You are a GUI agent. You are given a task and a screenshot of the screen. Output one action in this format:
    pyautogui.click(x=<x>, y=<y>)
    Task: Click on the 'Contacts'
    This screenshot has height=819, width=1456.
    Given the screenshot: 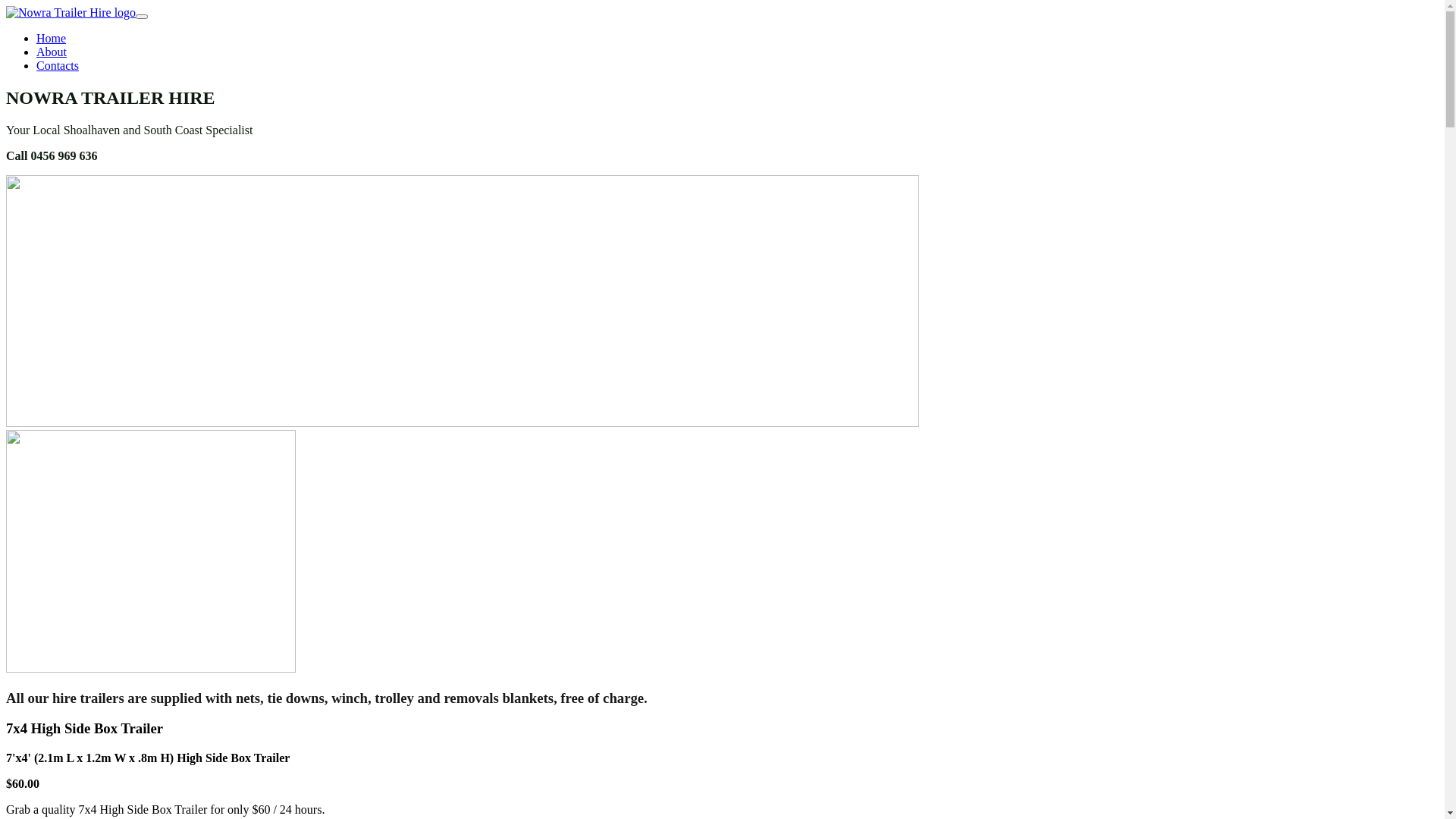 What is the action you would take?
    pyautogui.click(x=58, y=64)
    